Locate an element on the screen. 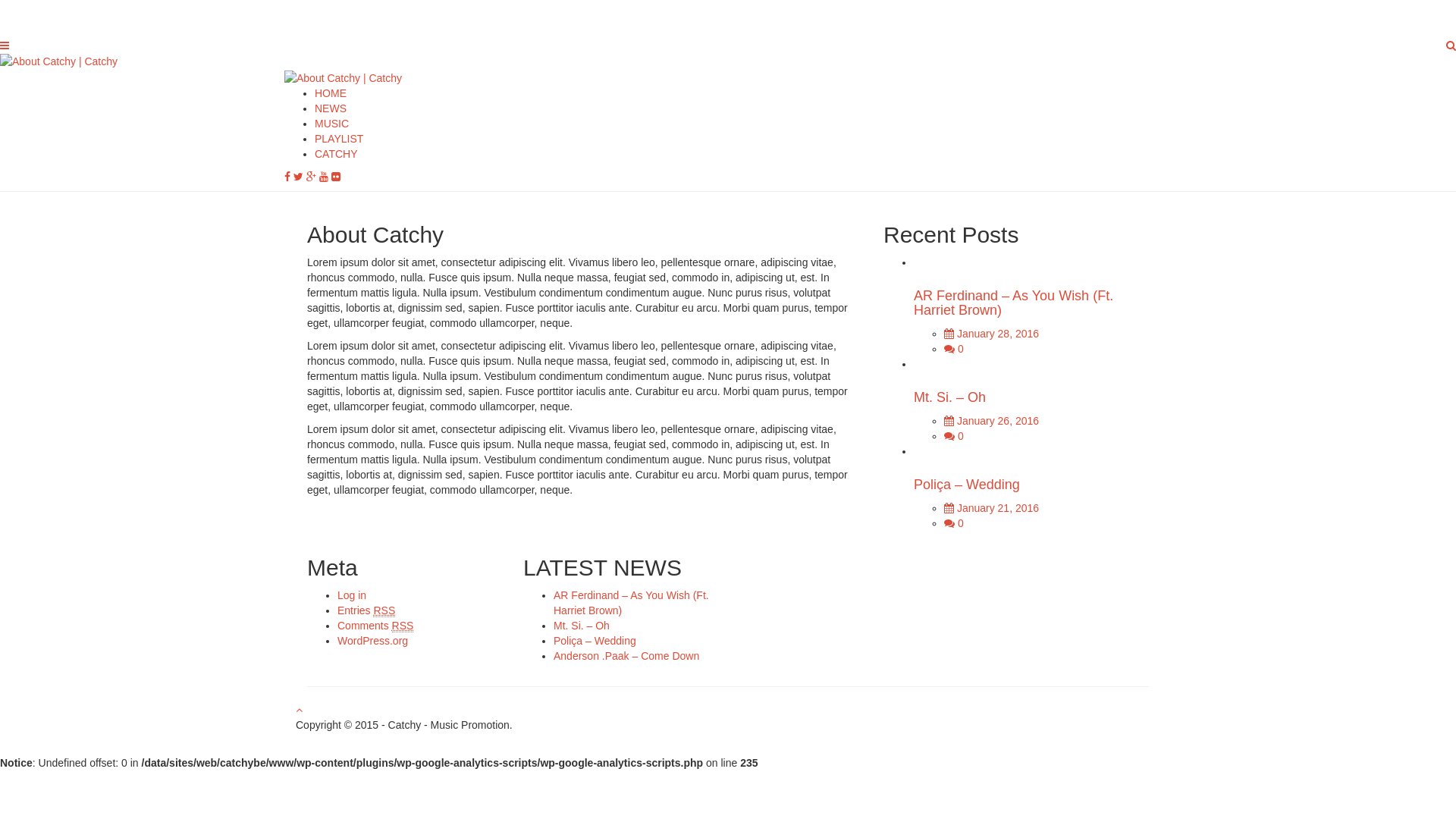 This screenshot has height=819, width=1456. 'HOME' is located at coordinates (330, 93).